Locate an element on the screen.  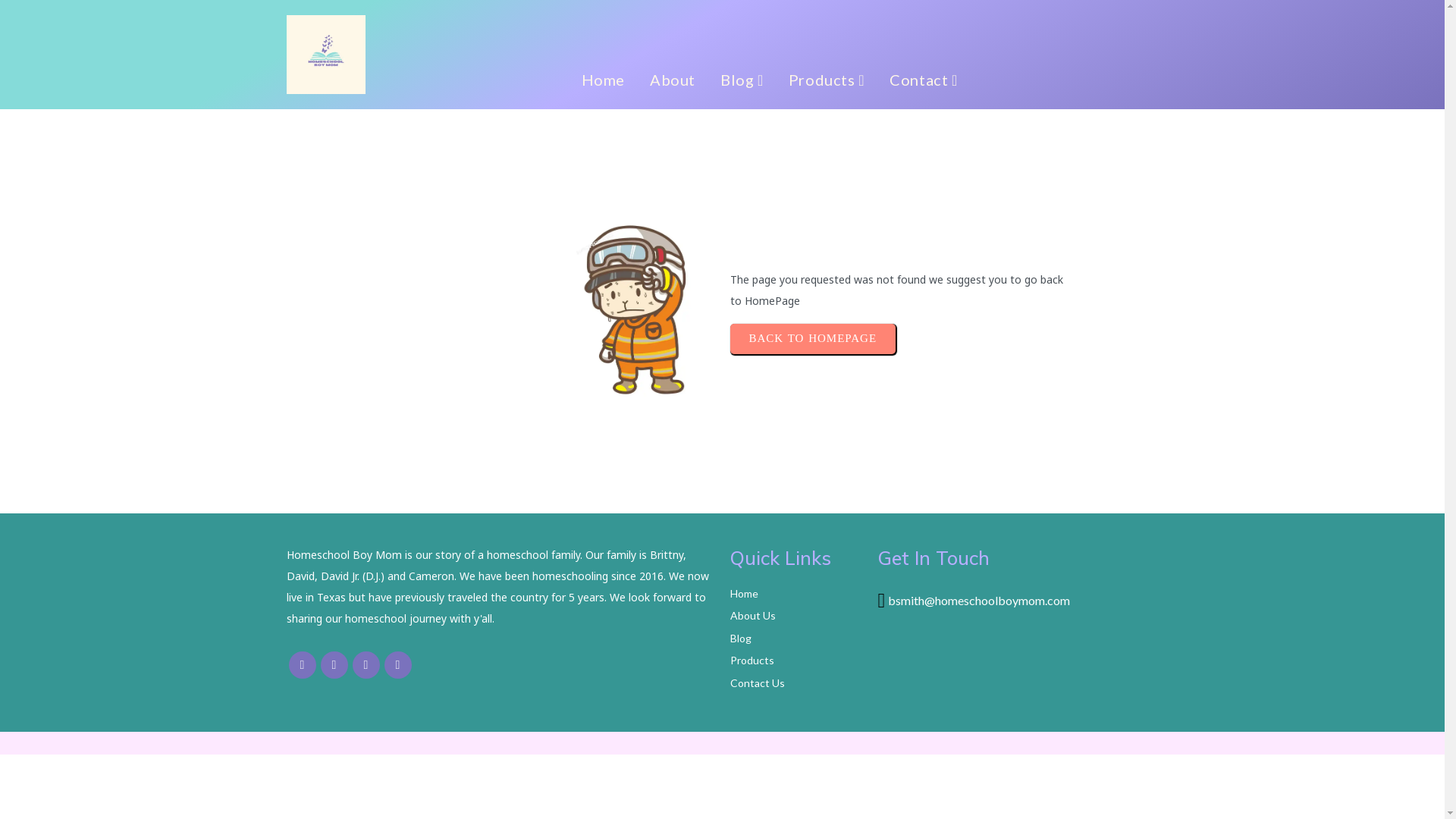
'BACK TO HOMEPAGE' is located at coordinates (811, 338).